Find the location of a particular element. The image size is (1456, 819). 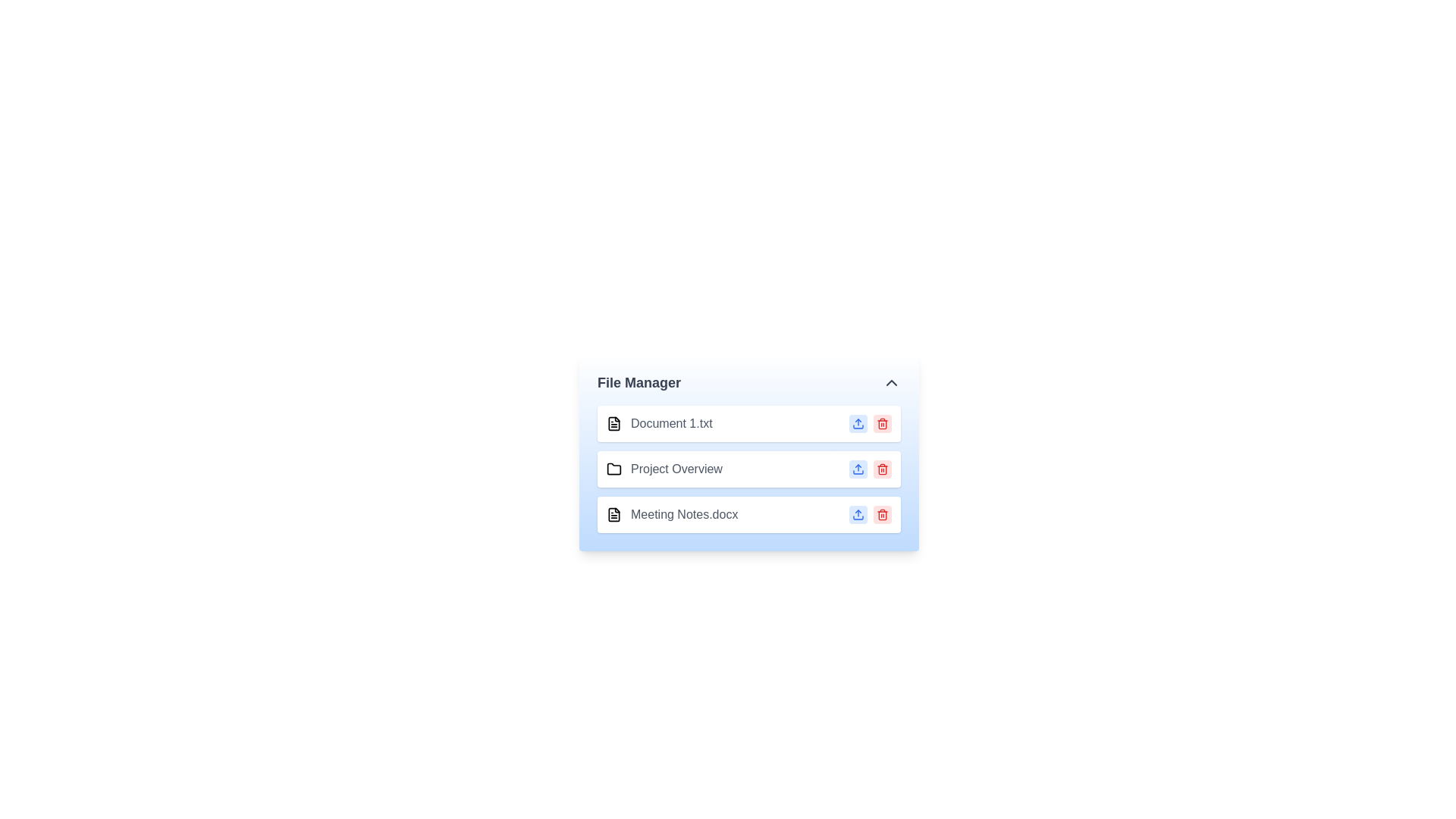

delete button next to the file or folder named Document 1.txt is located at coordinates (882, 424).